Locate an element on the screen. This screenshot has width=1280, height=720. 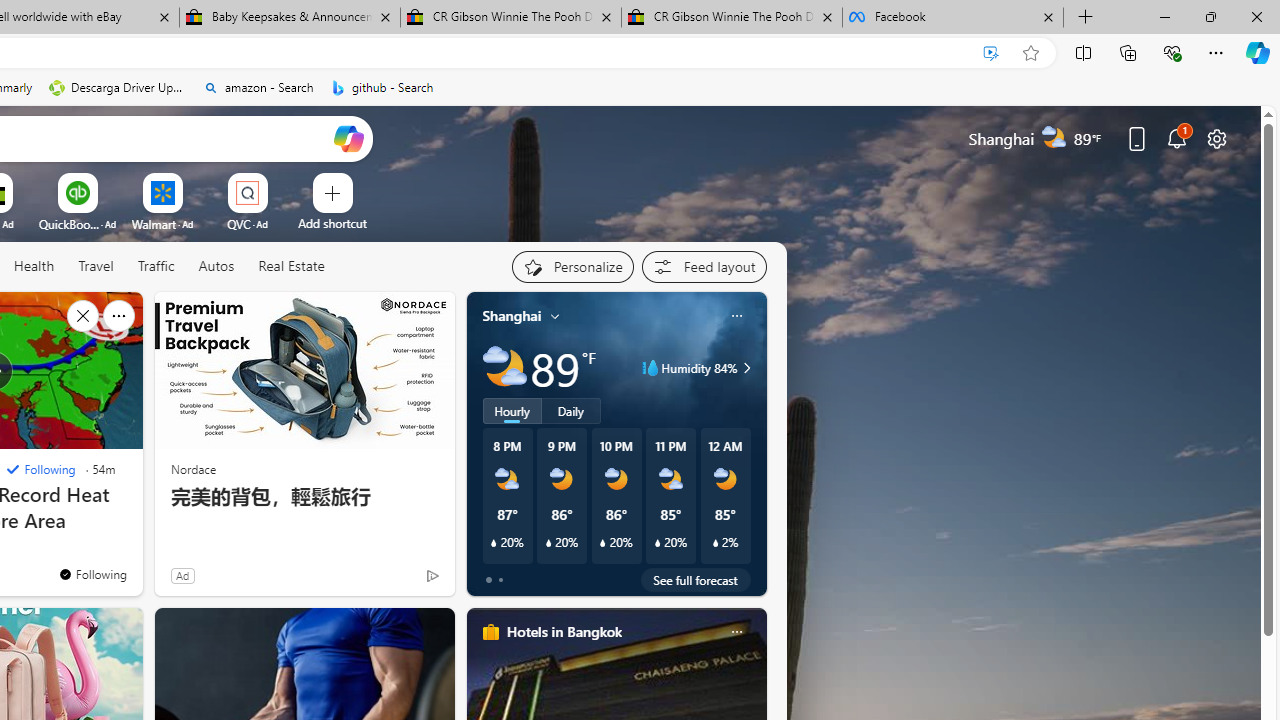
'Class: weather-current-precipitation-glyph' is located at coordinates (715, 543).